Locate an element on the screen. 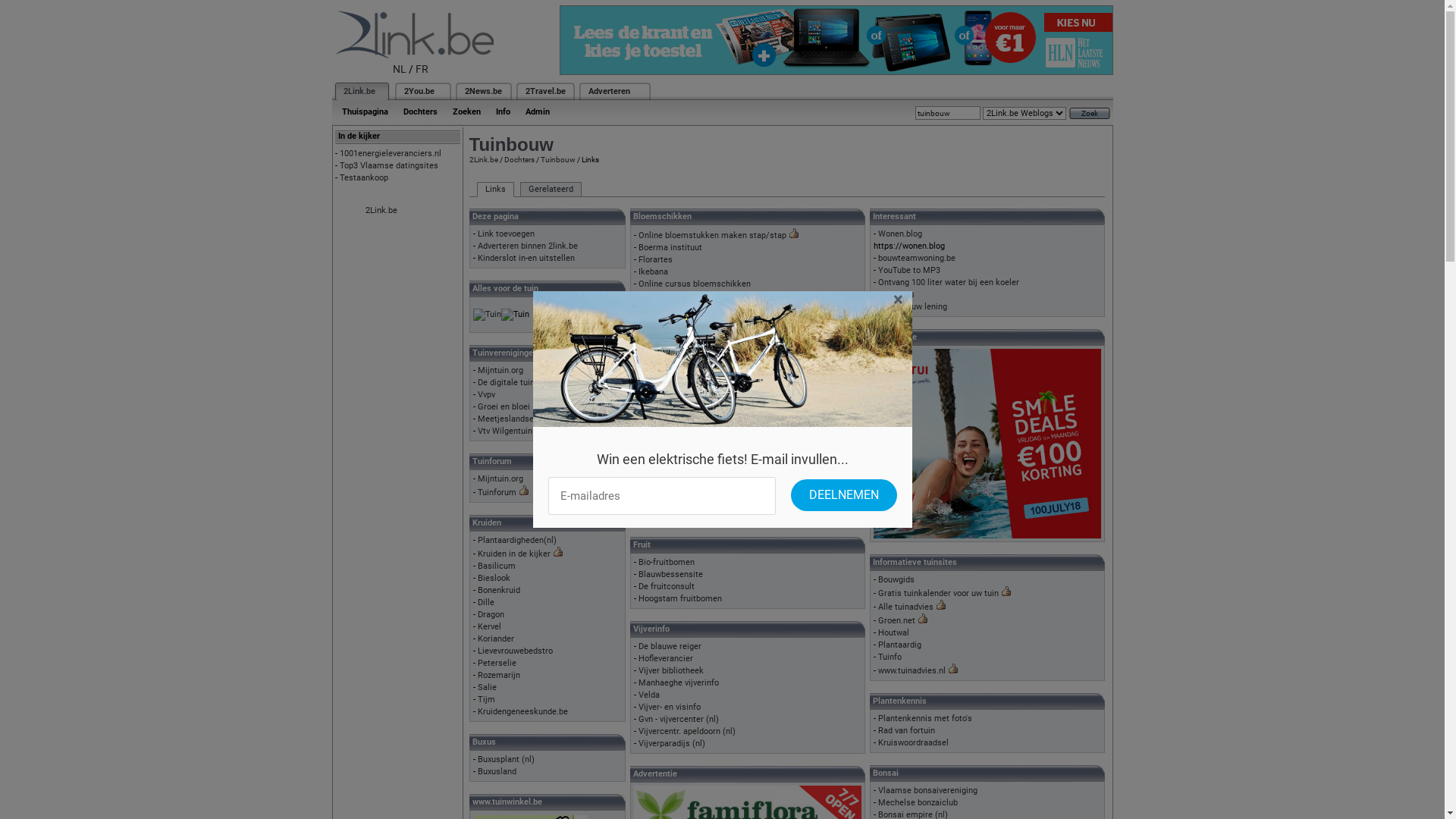  'Kinderslot in-en uitstellen' is located at coordinates (526, 257).